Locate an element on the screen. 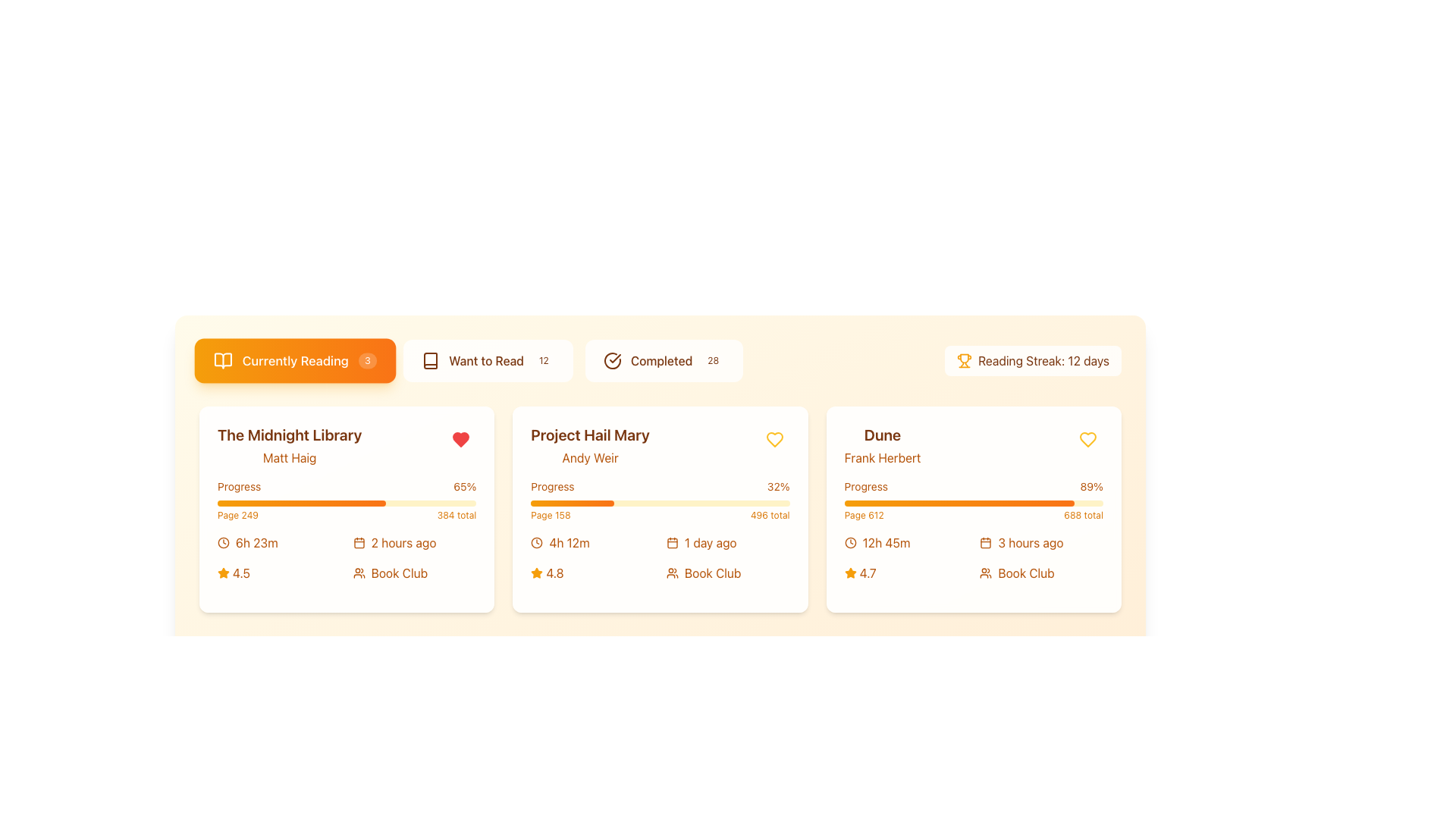 This screenshot has height=819, width=1456. text label that indicates the association with 'The Midnight Library' book, located in the bottom section of the card, right of the group icon and below the star rating is located at coordinates (399, 573).